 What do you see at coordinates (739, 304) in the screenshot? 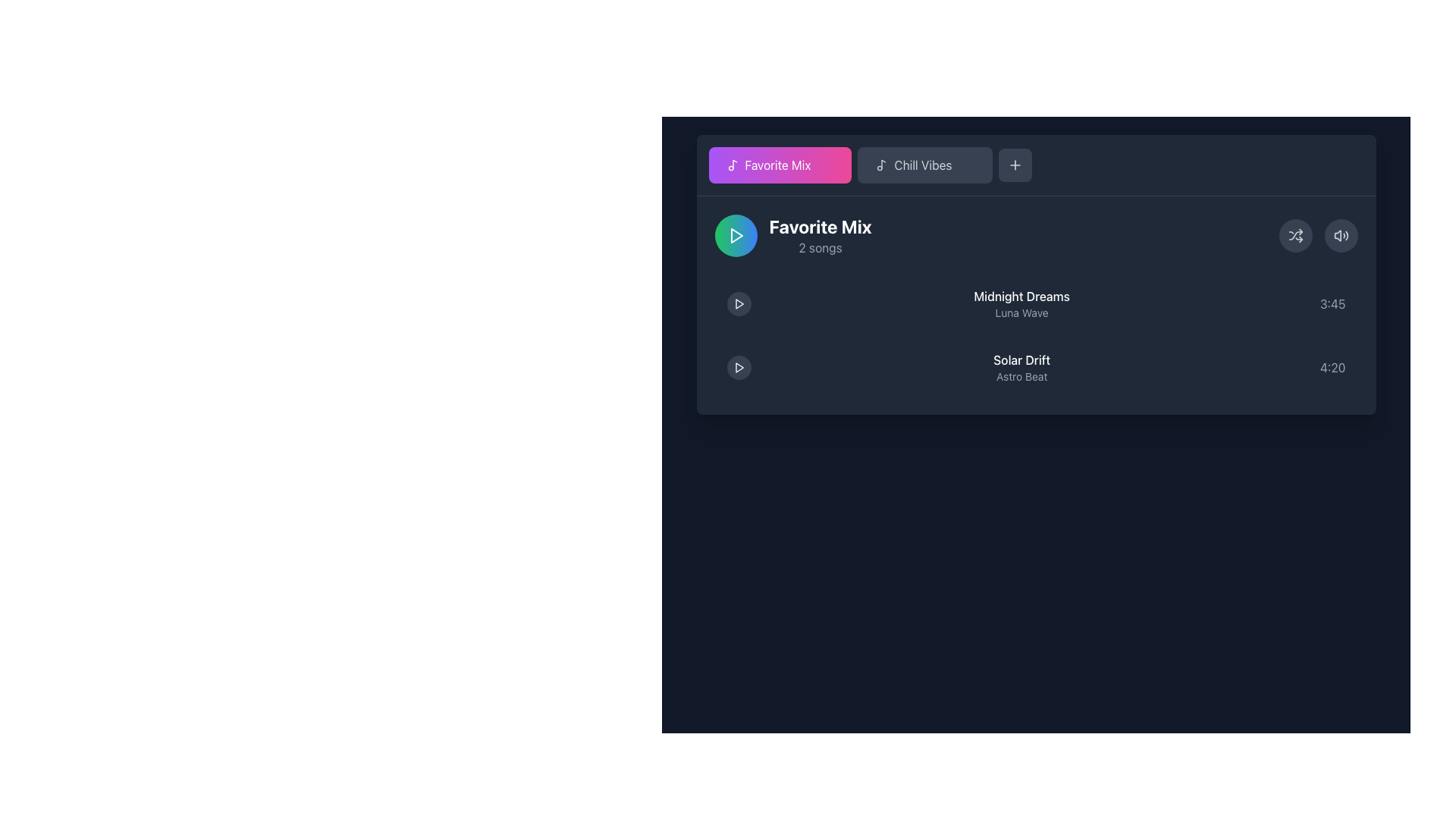
I see `the play button for the song 'Midnight Dreams'` at bounding box center [739, 304].